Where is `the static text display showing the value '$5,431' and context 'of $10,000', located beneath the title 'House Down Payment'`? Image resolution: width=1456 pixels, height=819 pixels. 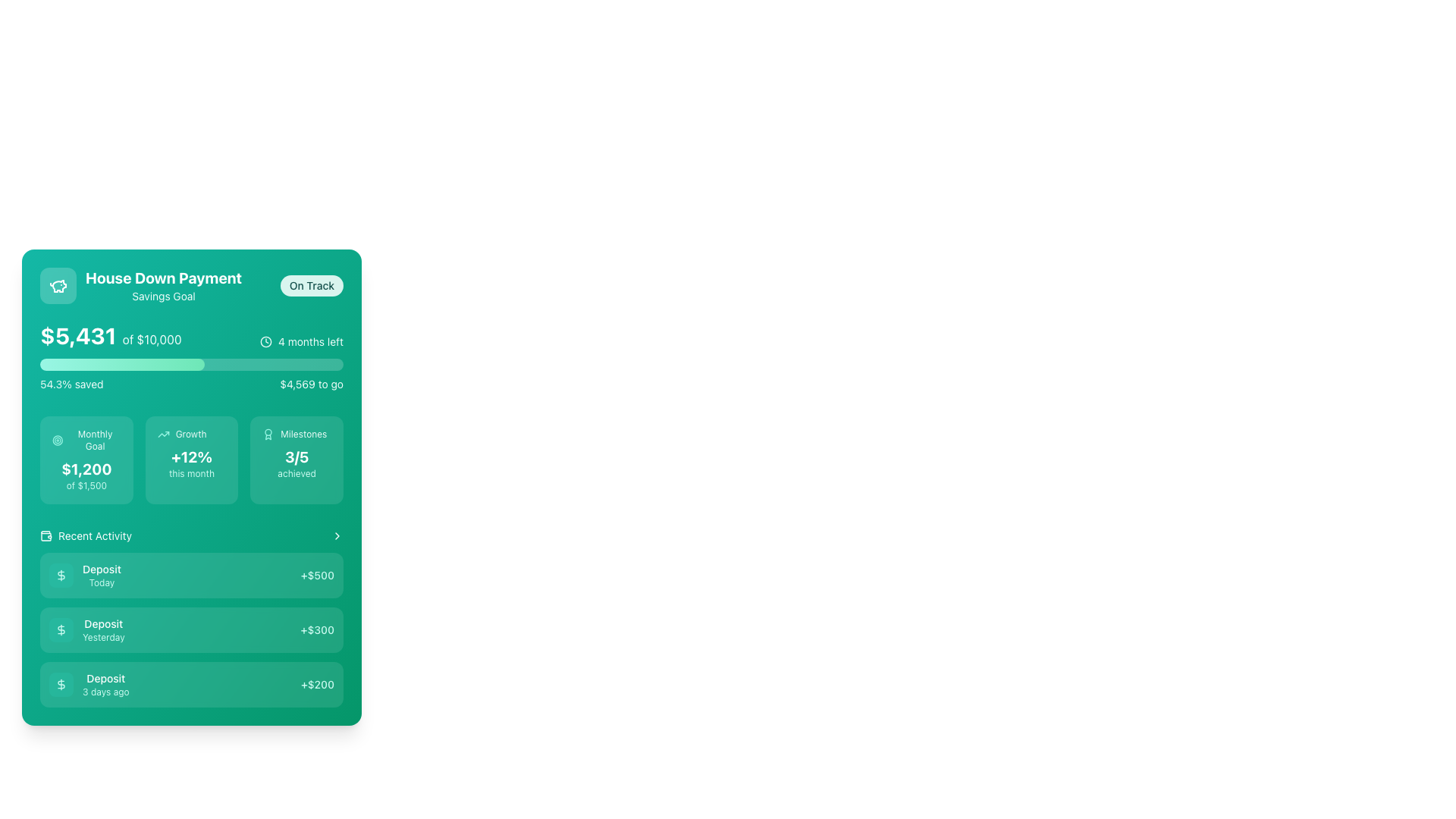
the static text display showing the value '$5,431' and context 'of $10,000', located beneath the title 'House Down Payment' is located at coordinates (110, 335).